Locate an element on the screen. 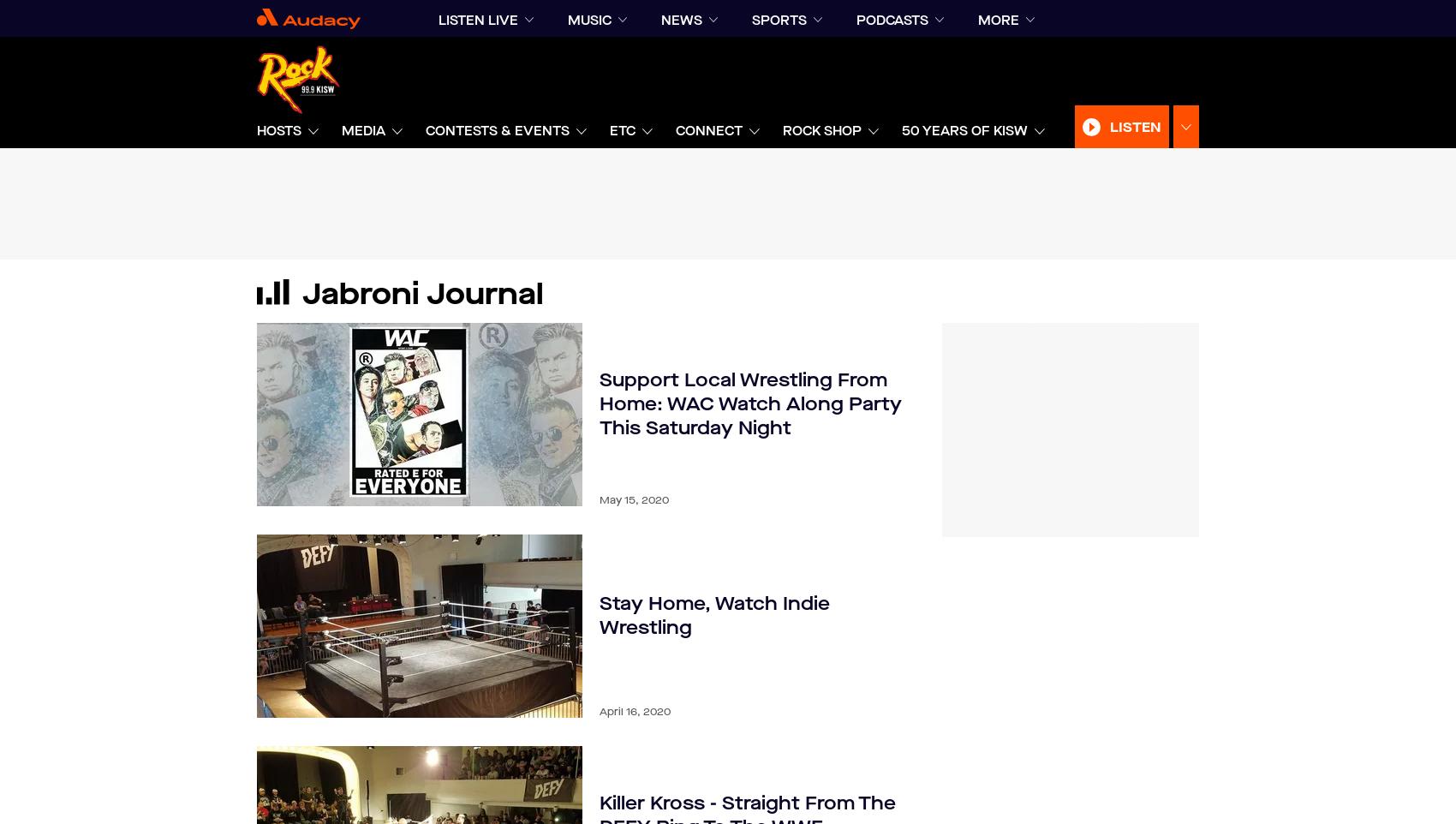  'Support Local Wrestling From Home: WAC Watch Along Party This Saturday Night' is located at coordinates (750, 403).